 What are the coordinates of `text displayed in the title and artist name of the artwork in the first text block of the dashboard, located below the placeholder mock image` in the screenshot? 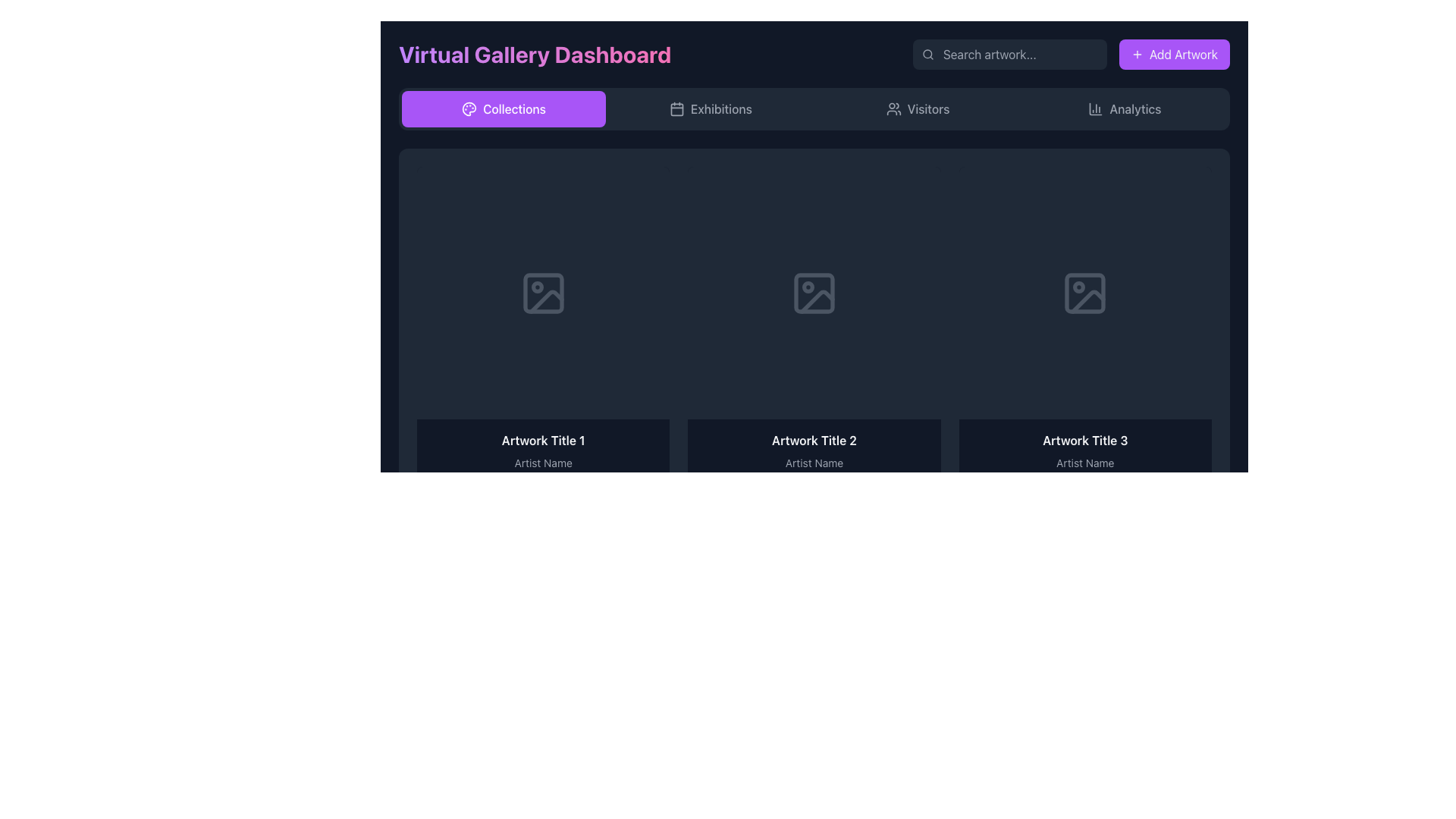 It's located at (543, 461).